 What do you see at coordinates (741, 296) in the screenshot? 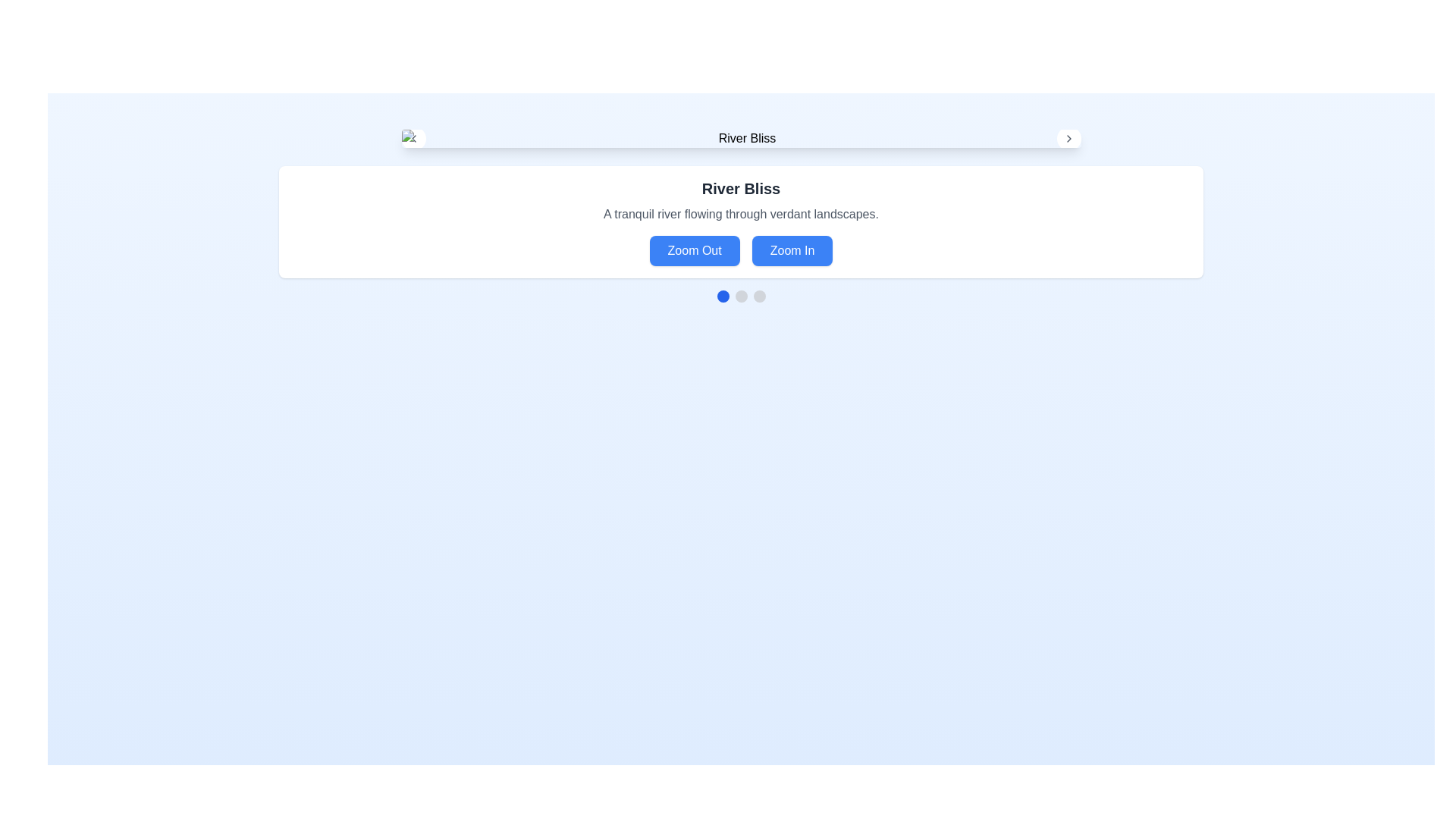
I see `the second circular pagination dot styled as a gray dot` at bounding box center [741, 296].